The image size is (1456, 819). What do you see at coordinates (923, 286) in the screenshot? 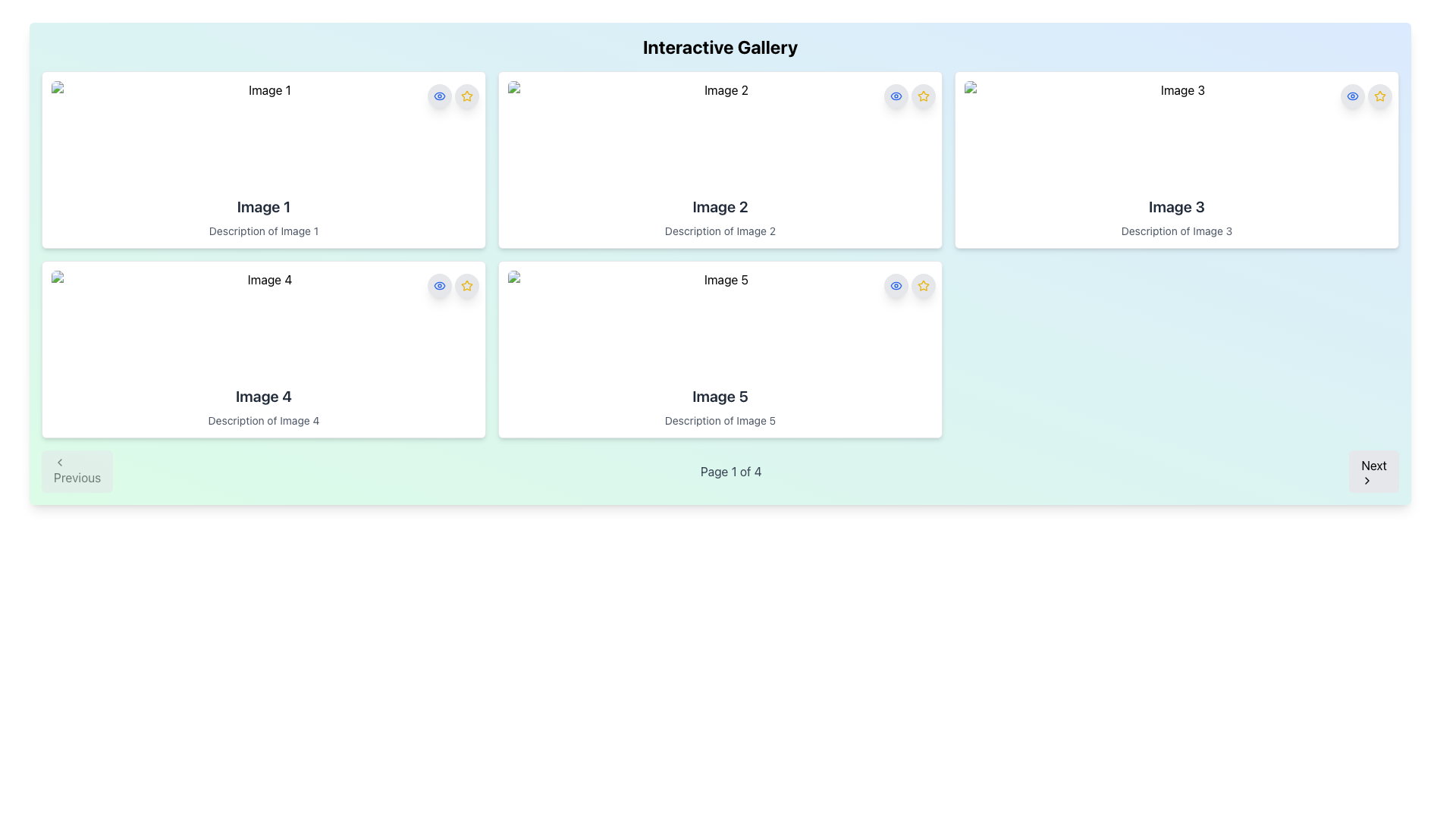
I see `the star button located in the top-right corner of the card labeled 'Image 5'` at bounding box center [923, 286].